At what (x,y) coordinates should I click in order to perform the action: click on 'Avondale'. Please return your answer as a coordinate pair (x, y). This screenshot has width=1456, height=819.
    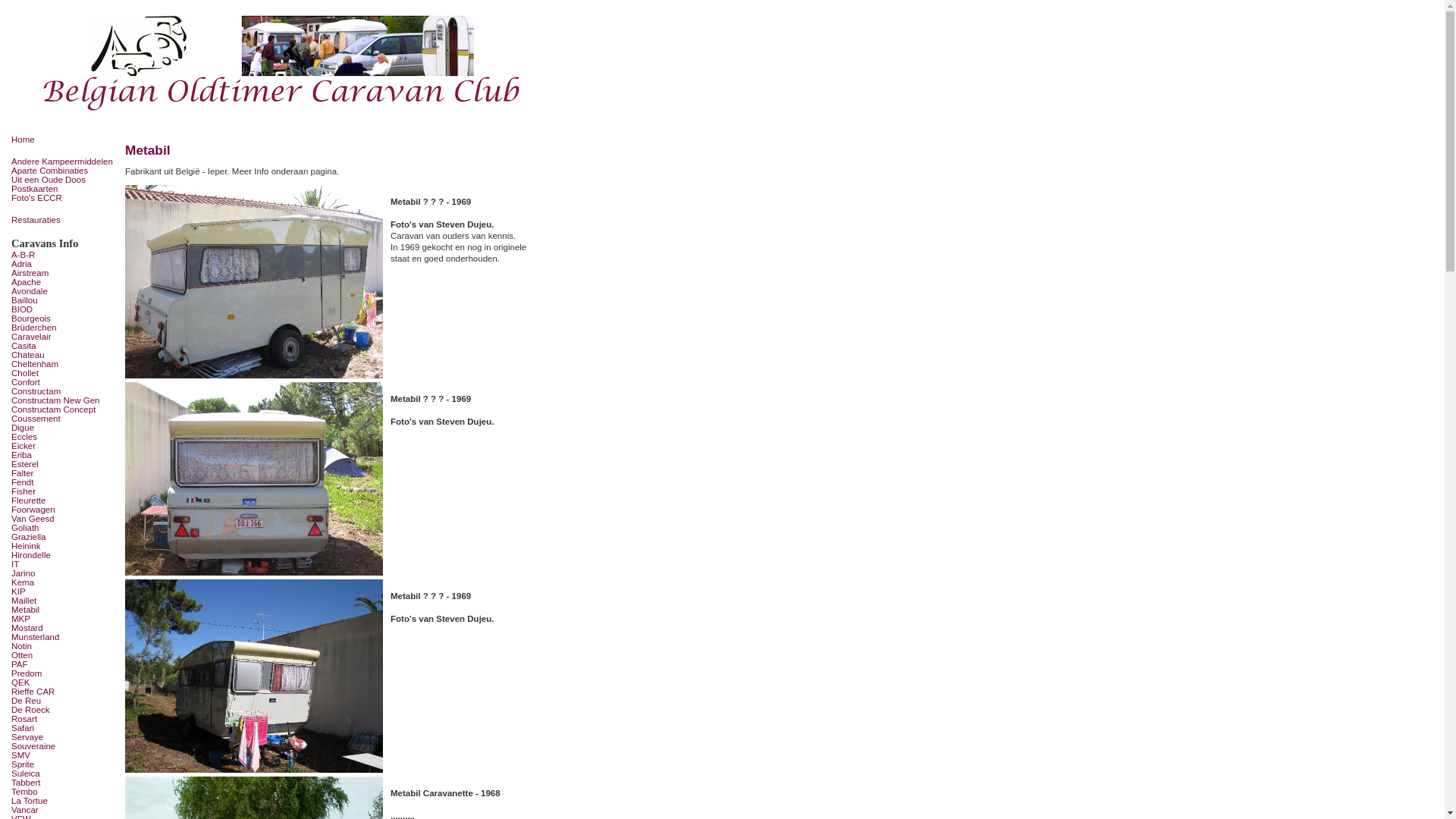
    Looking at the image, I should click on (64, 291).